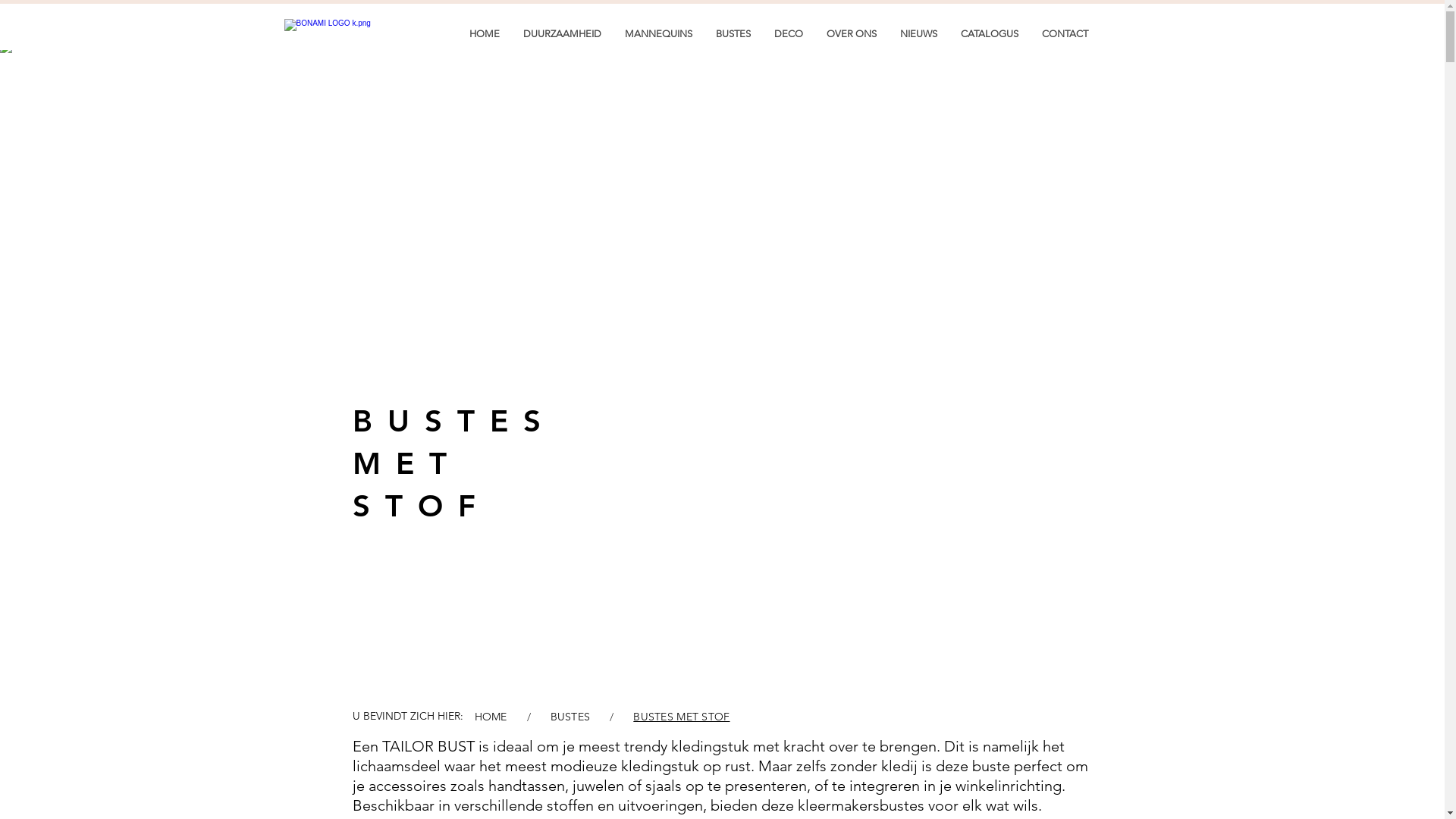  I want to click on 'NIEUWS', so click(887, 33).